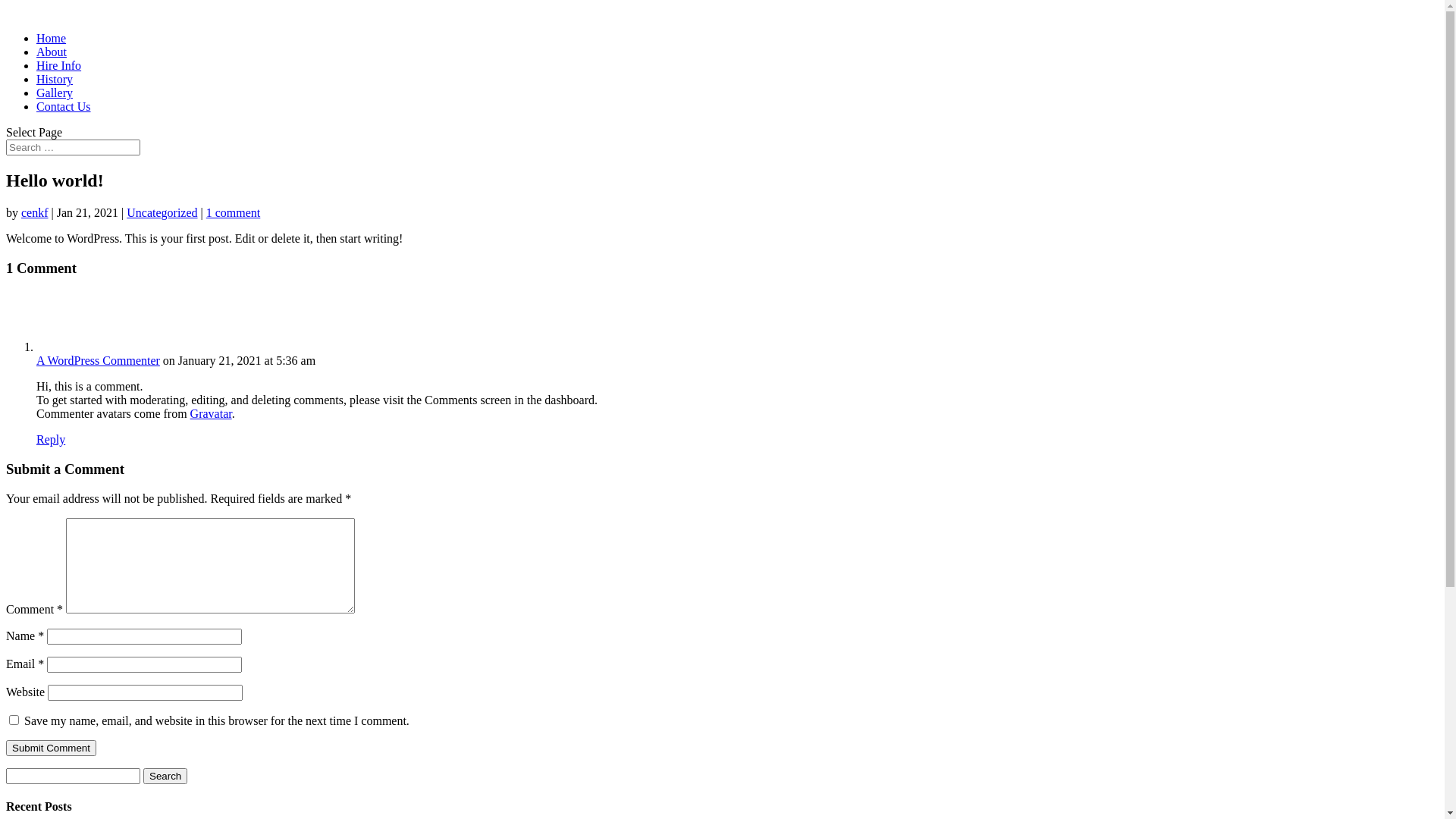 The image size is (1456, 819). Describe the element at coordinates (55, 93) in the screenshot. I see `'Gallery'` at that location.